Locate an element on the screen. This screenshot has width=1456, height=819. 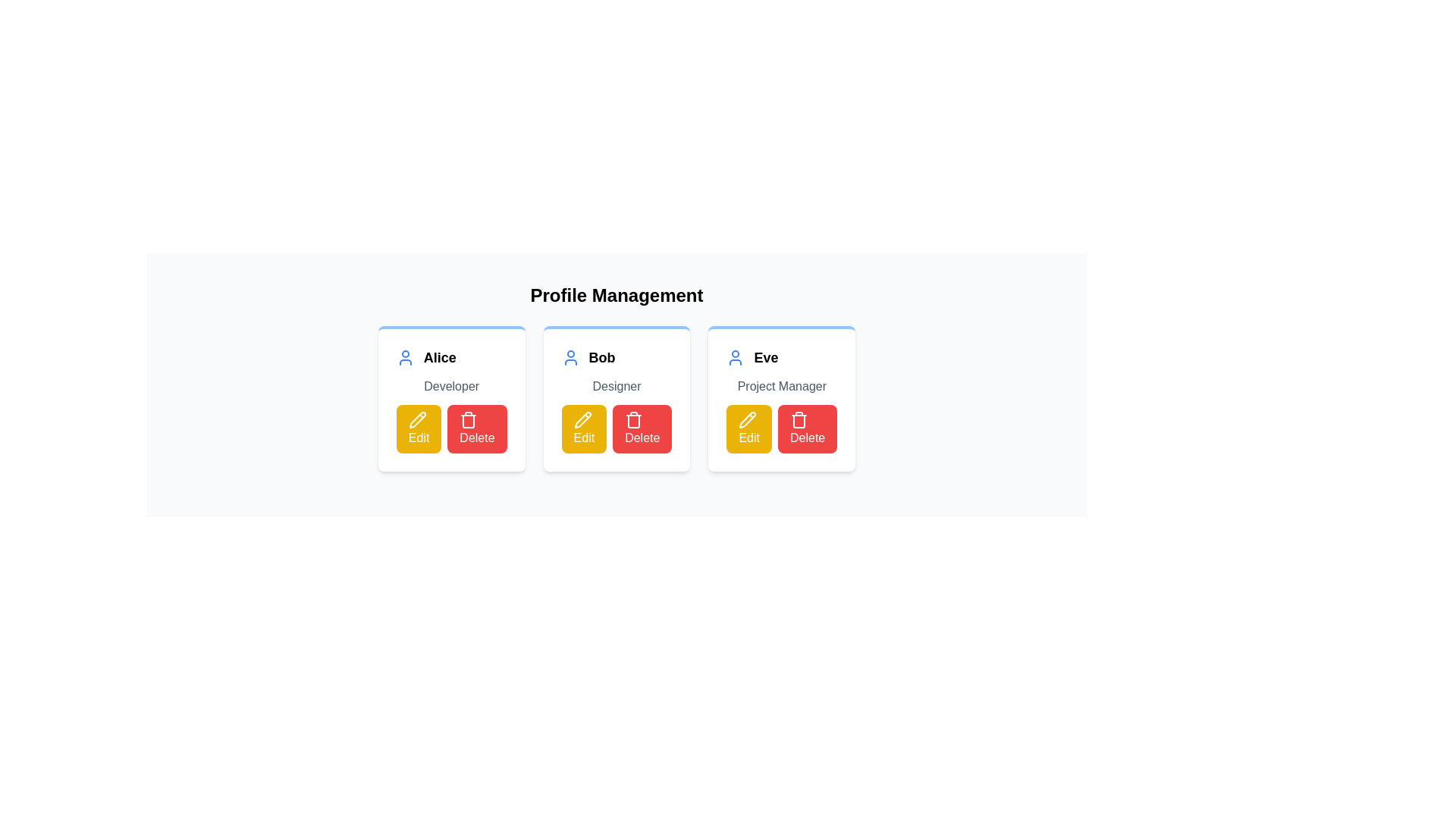
the 'Edit' button with a yellow background and white text located at the bottom-right section of the 'Eve - Project Manager' card to enter edit mode is located at coordinates (782, 429).